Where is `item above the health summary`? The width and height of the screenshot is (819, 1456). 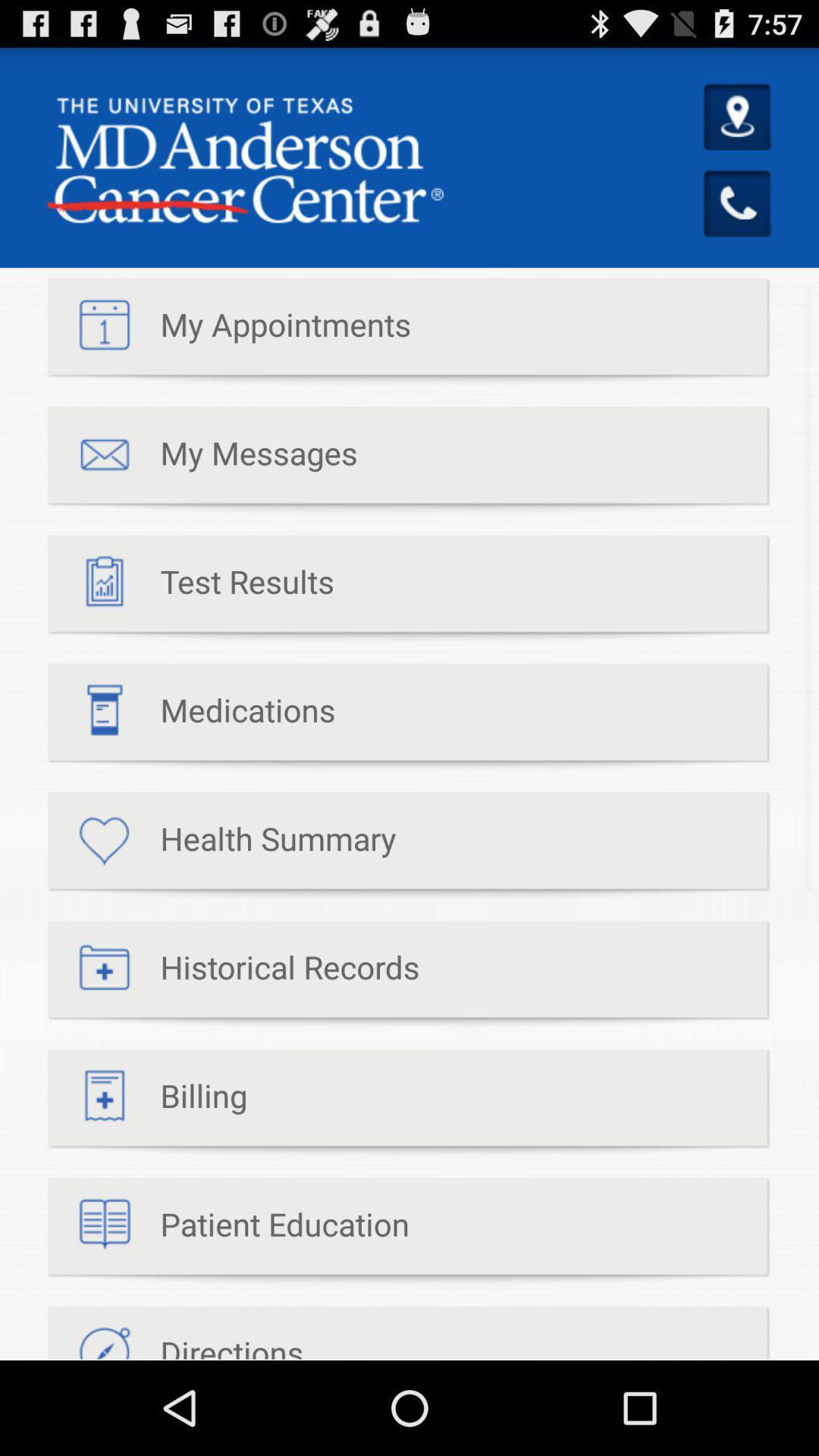
item above the health summary is located at coordinates (190, 717).